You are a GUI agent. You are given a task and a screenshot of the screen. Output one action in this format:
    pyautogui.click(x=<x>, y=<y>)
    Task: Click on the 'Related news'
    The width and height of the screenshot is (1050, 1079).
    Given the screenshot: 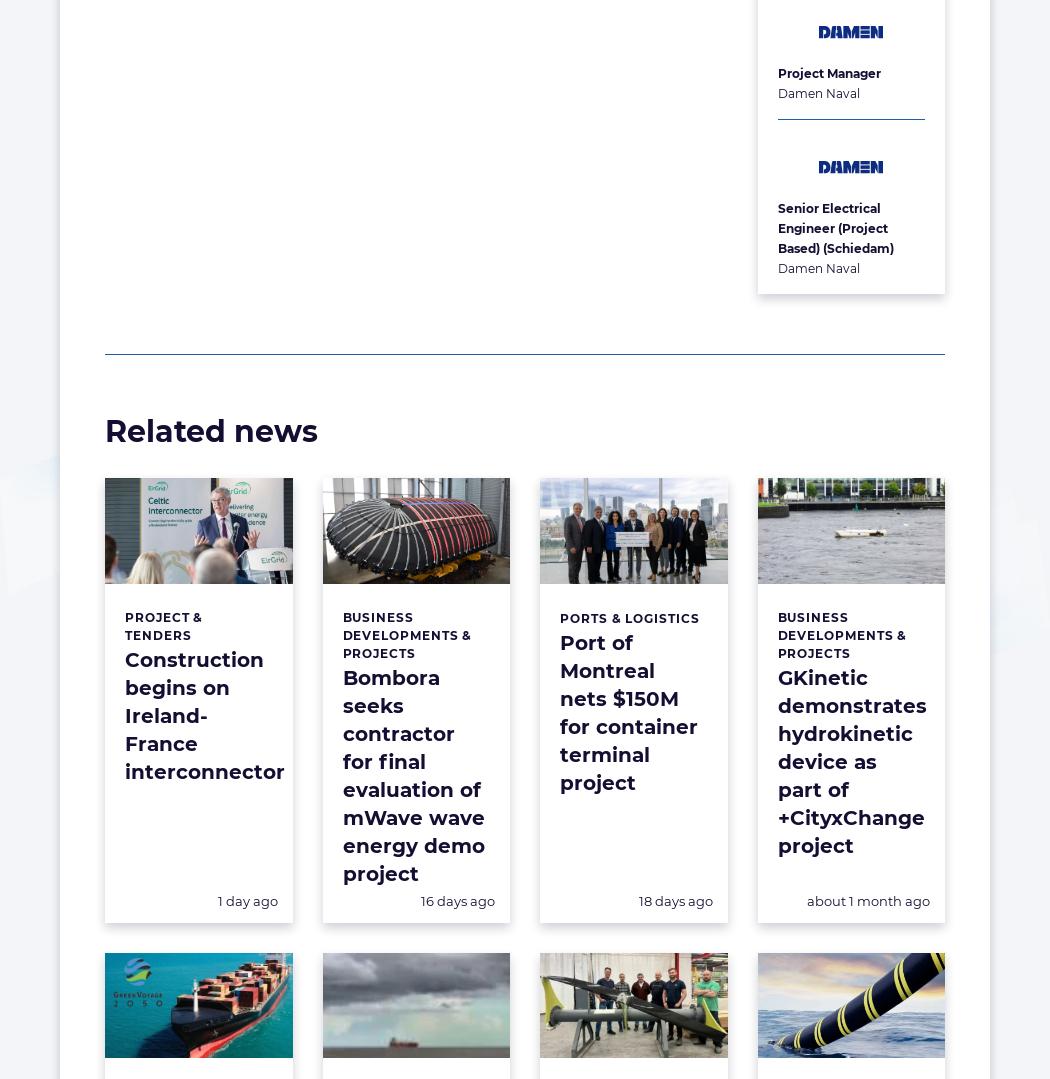 What is the action you would take?
    pyautogui.click(x=210, y=430)
    